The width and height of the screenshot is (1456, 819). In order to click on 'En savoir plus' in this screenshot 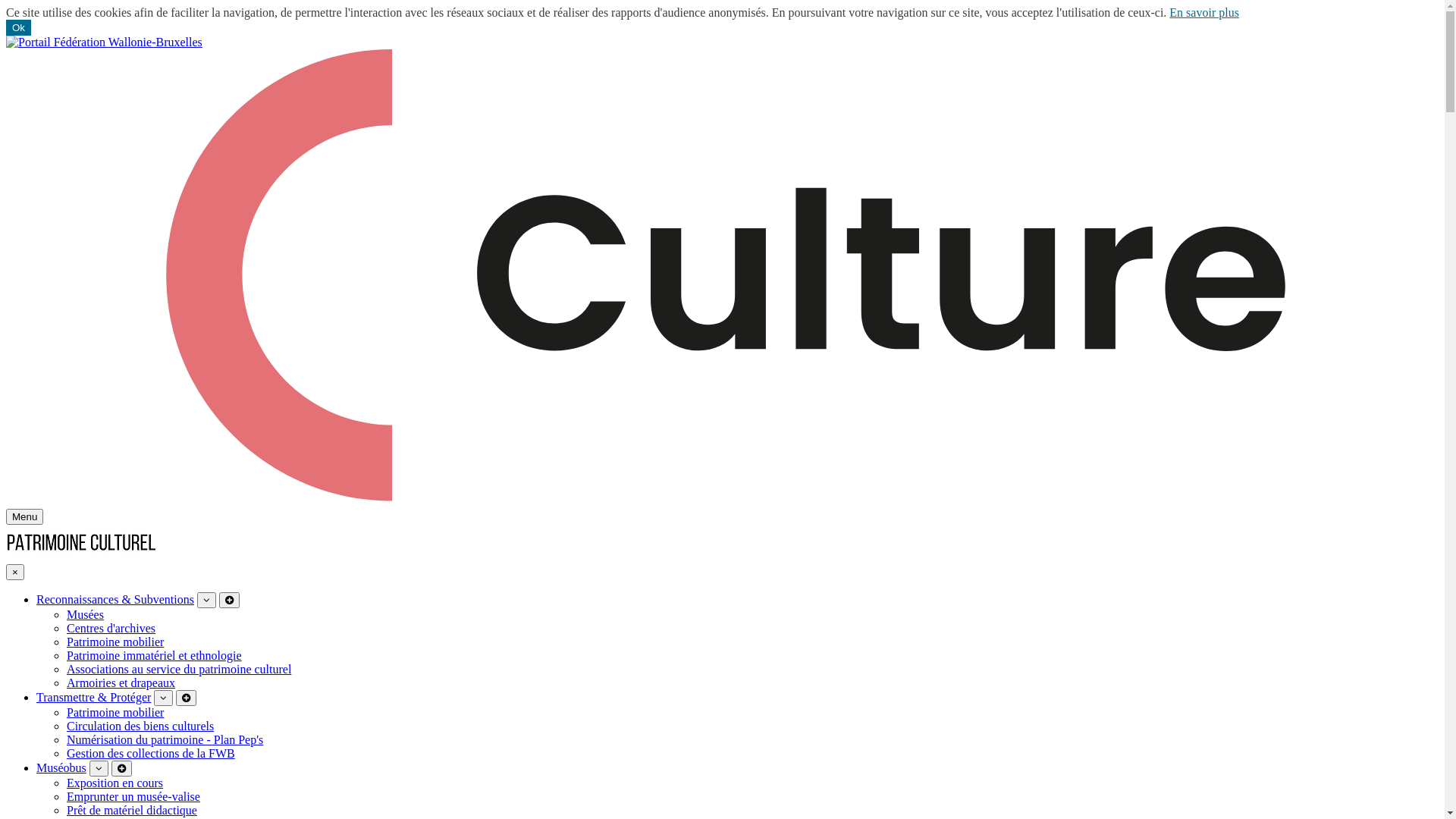, I will do `click(1203, 12)`.